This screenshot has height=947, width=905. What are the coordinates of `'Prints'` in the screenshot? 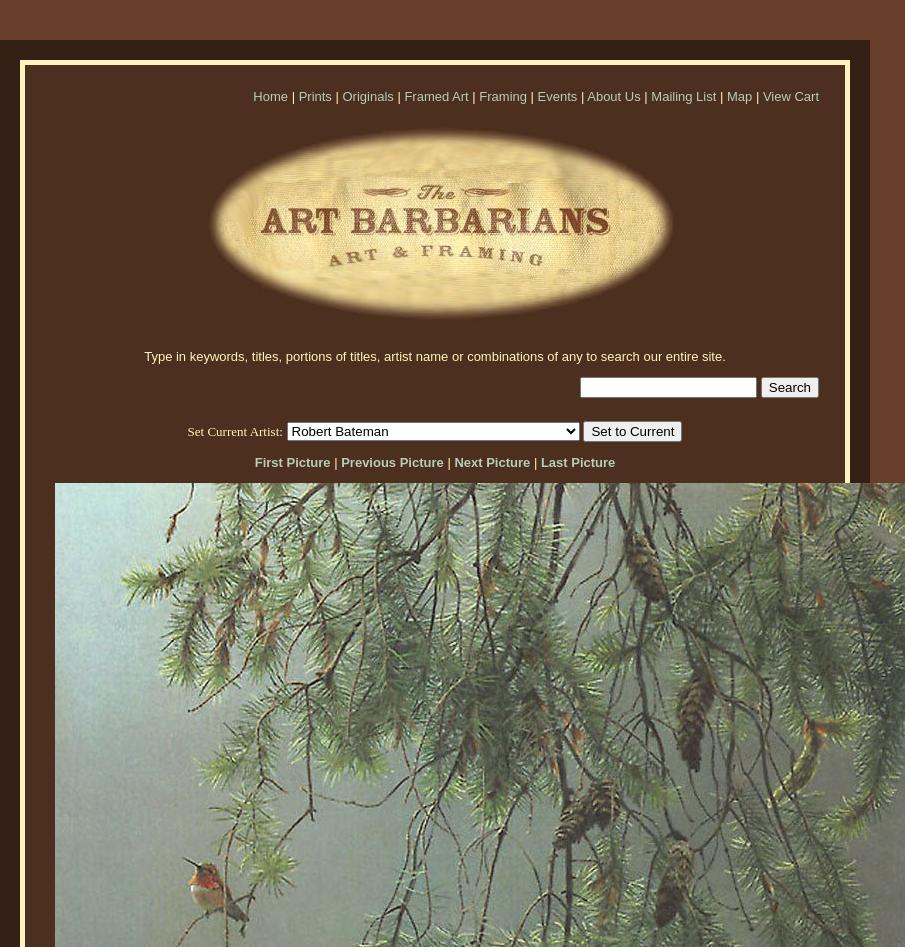 It's located at (313, 95).